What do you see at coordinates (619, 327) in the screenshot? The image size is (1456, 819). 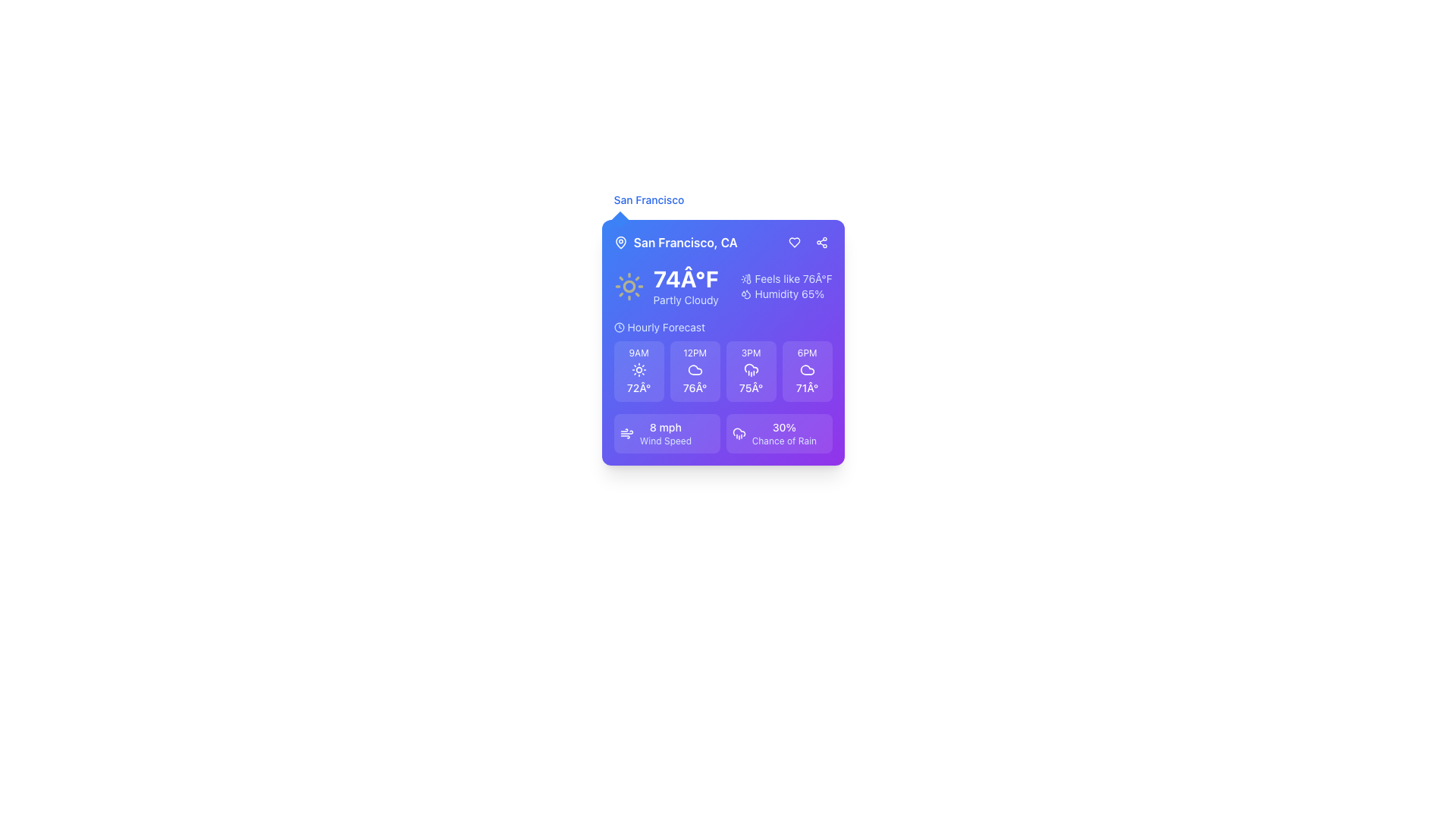 I see `the clock icon located to the left of the 'Hourly Forecast' text in the upper middle portion of the interface` at bounding box center [619, 327].